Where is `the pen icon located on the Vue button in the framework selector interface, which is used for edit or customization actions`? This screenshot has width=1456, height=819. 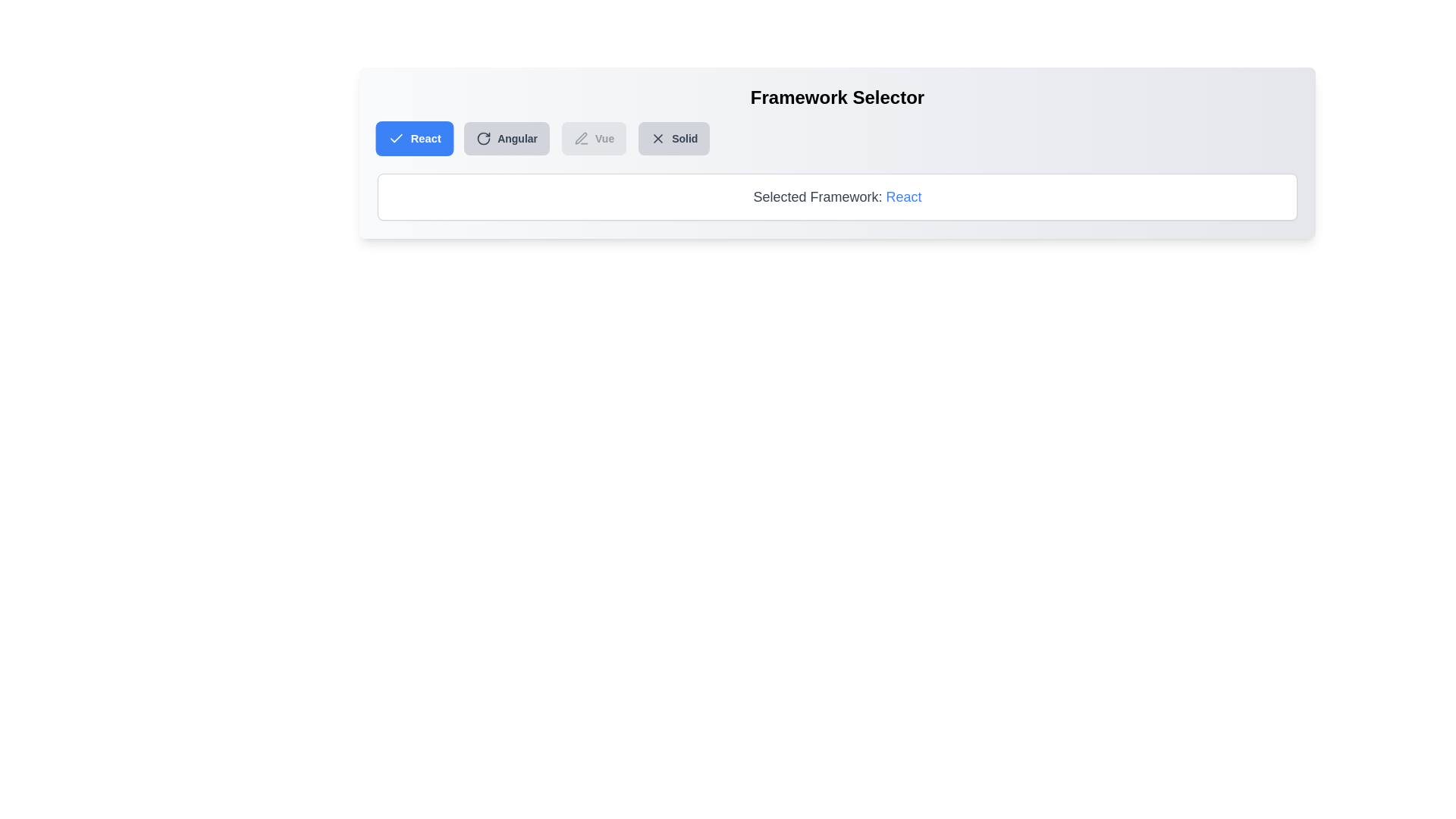
the pen icon located on the Vue button in the framework selector interface, which is used for edit or customization actions is located at coordinates (580, 138).